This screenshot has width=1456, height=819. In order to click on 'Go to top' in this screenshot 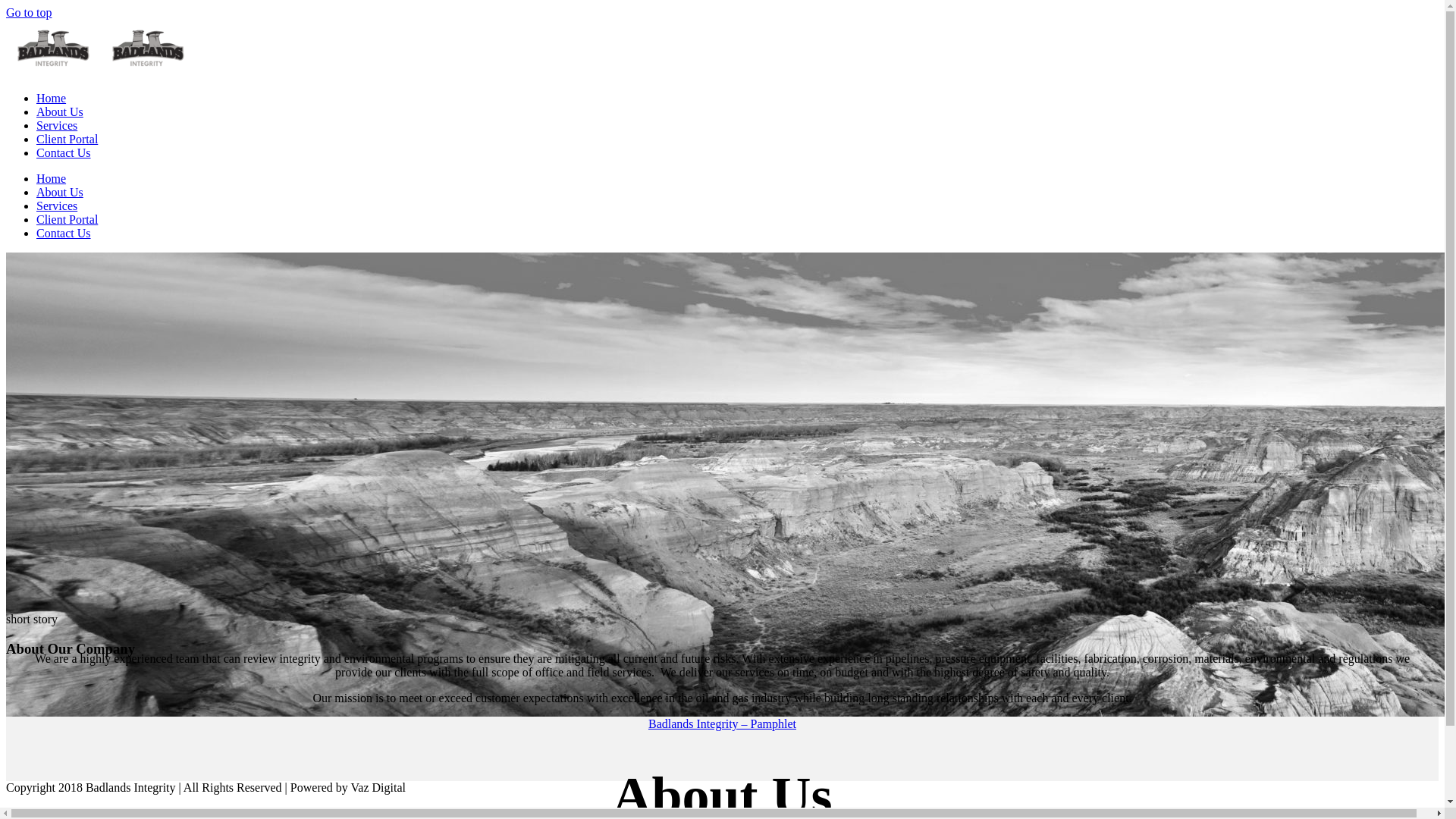, I will do `click(29, 12)`.